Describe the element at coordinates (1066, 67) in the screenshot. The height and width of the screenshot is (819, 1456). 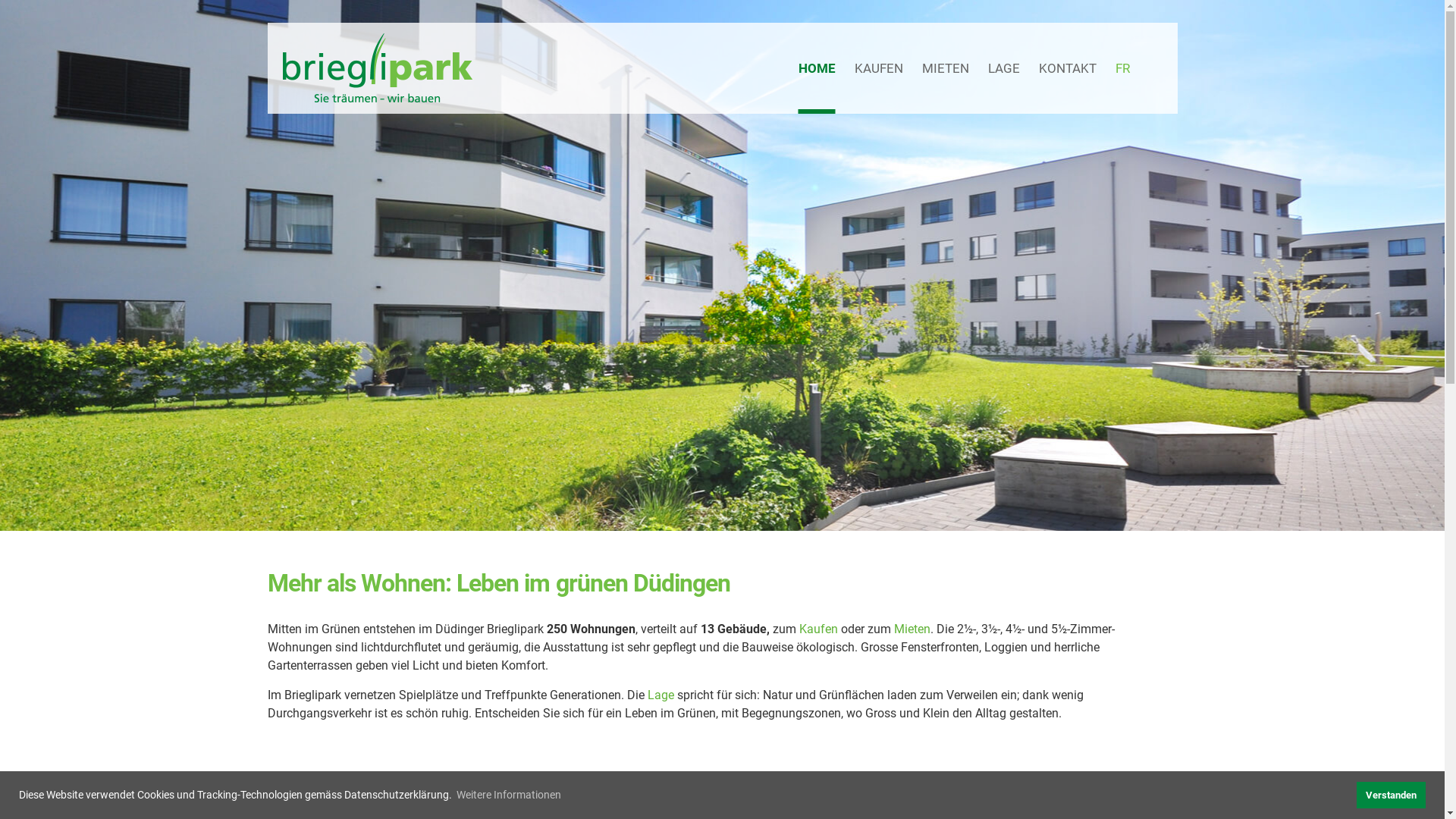
I see `'KONTAKT'` at that location.